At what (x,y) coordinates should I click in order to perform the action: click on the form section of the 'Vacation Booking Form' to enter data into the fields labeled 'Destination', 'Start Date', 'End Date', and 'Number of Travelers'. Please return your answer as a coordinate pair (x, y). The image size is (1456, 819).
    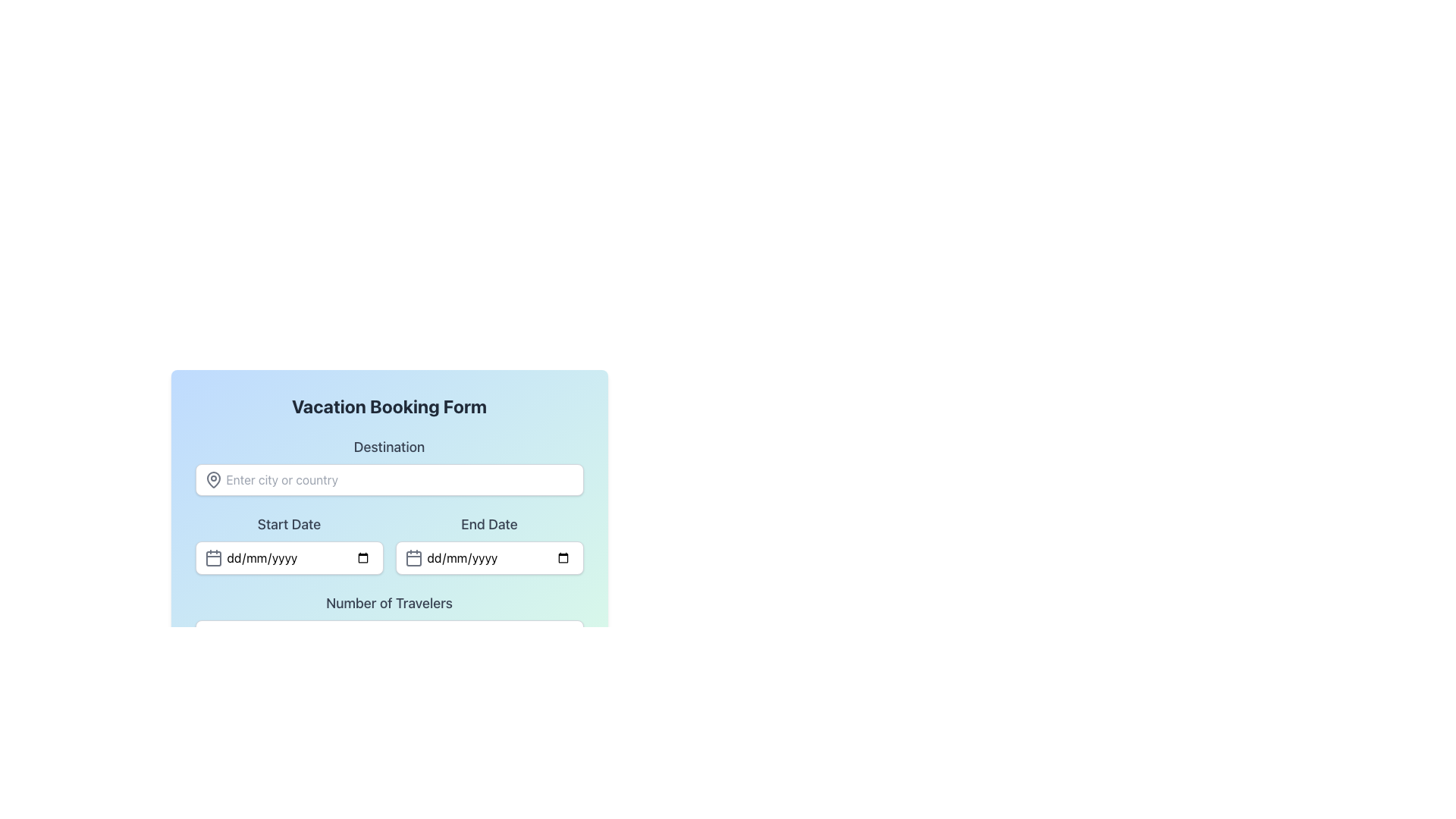
    Looking at the image, I should click on (389, 571).